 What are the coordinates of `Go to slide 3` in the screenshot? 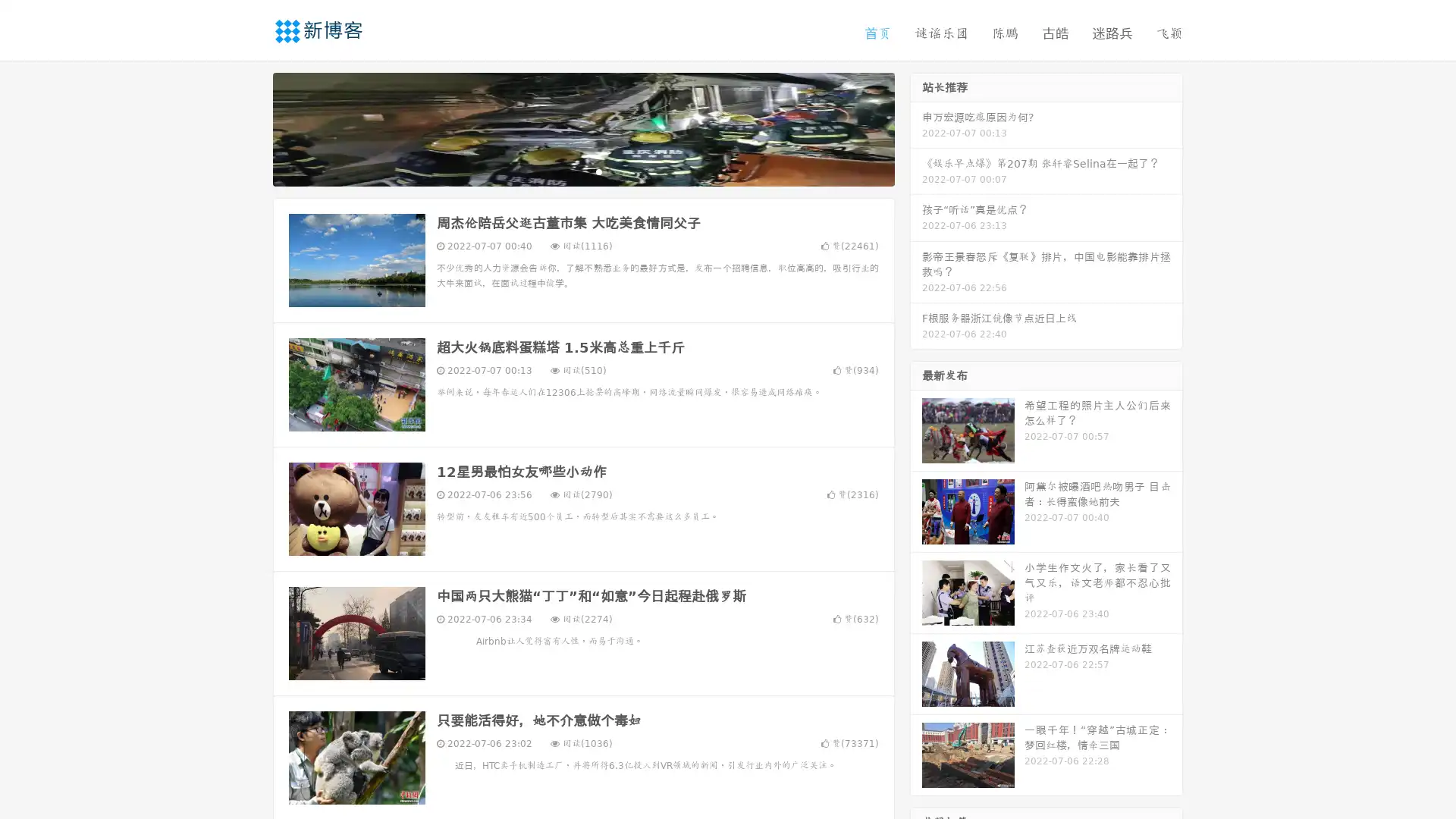 It's located at (598, 171).